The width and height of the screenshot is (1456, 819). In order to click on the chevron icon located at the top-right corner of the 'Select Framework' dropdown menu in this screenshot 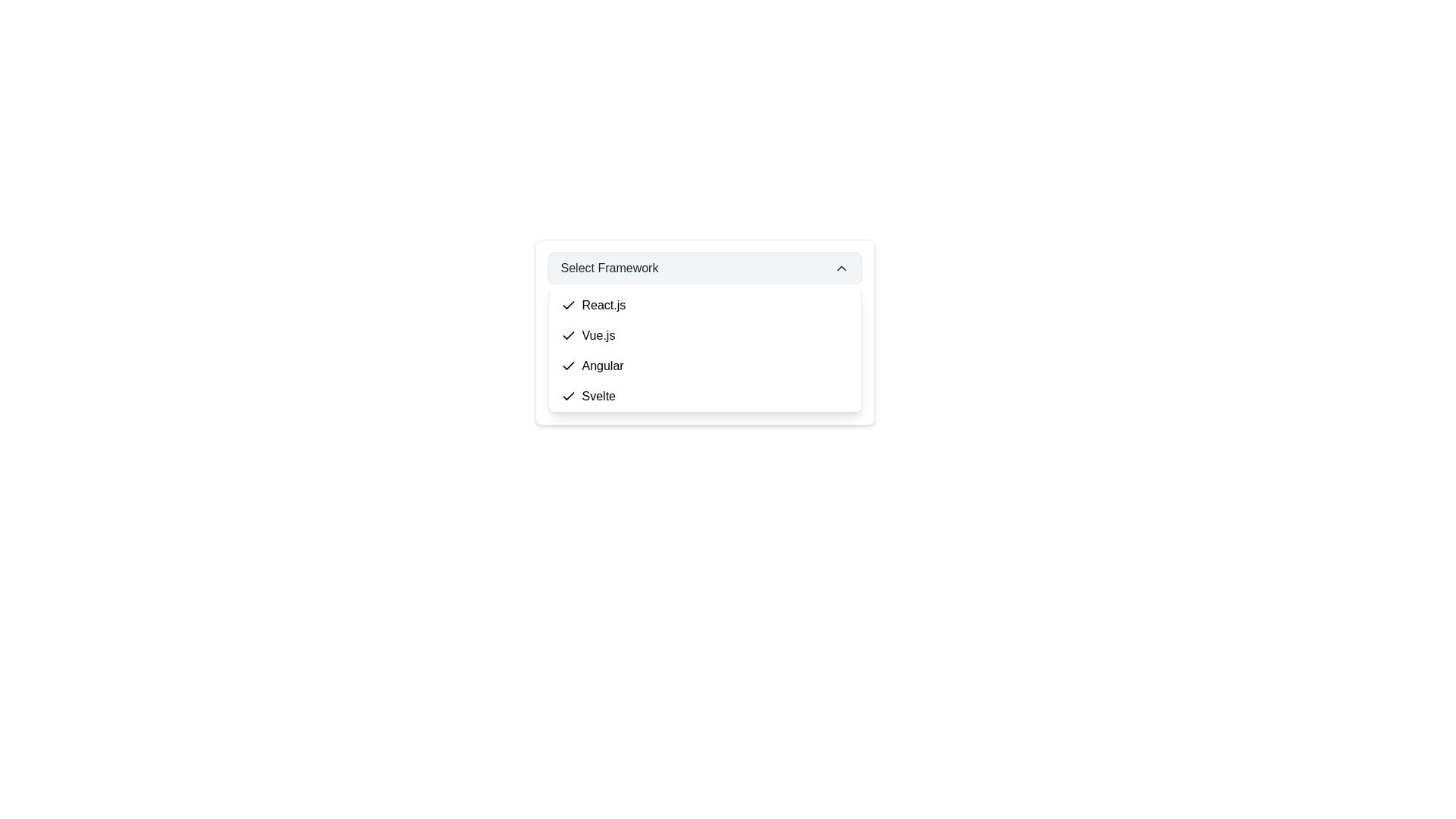, I will do `click(840, 268)`.